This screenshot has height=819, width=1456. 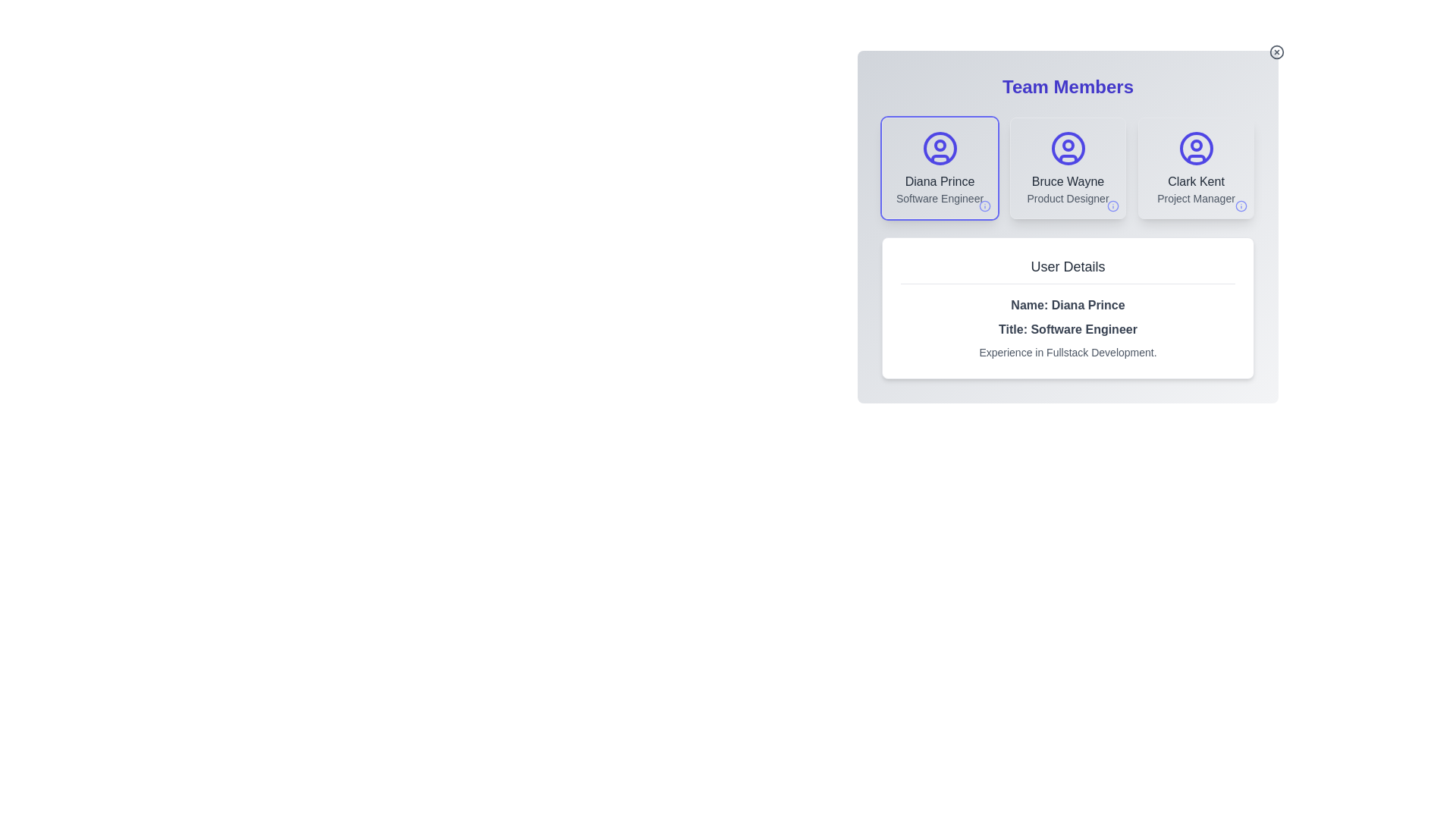 I want to click on the information icon located at the bottom-right corner of the 'Bruce Wayne' profile card, which signifies additional details related to the profile, so click(x=1113, y=206).